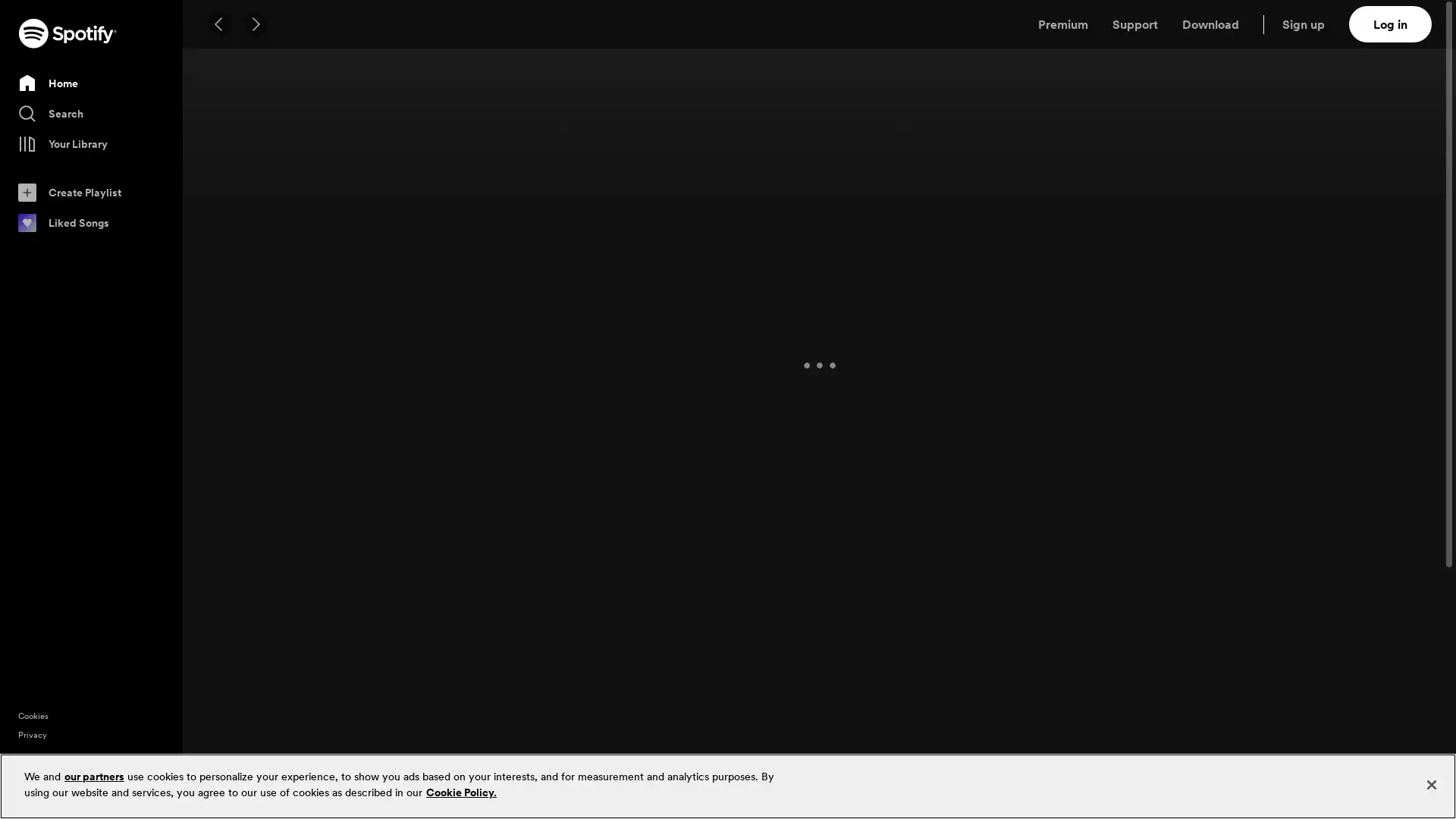 The width and height of the screenshot is (1456, 819). I want to click on Support, so click(1135, 24).